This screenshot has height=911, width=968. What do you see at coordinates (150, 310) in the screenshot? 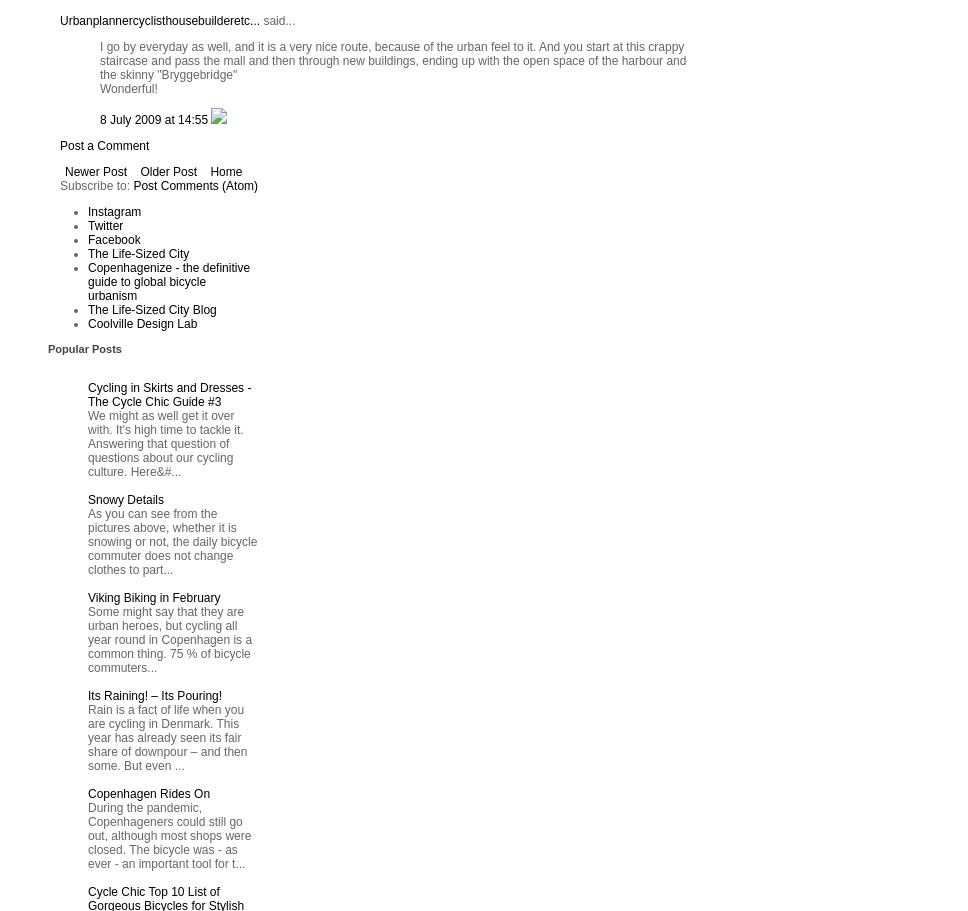
I see `'The Life-Sized City Blog'` at bounding box center [150, 310].